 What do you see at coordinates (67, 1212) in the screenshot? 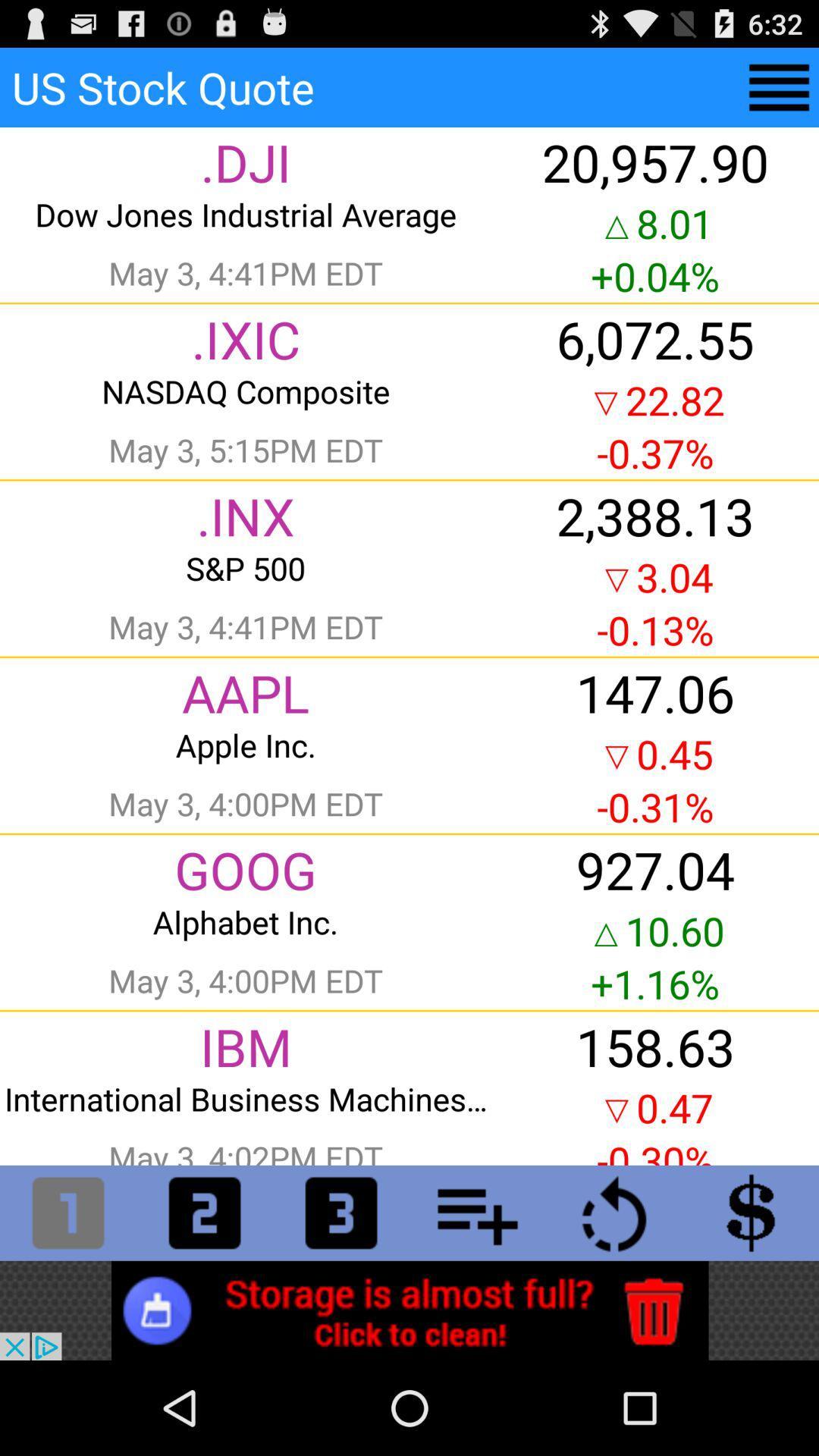
I see `numbers` at bounding box center [67, 1212].